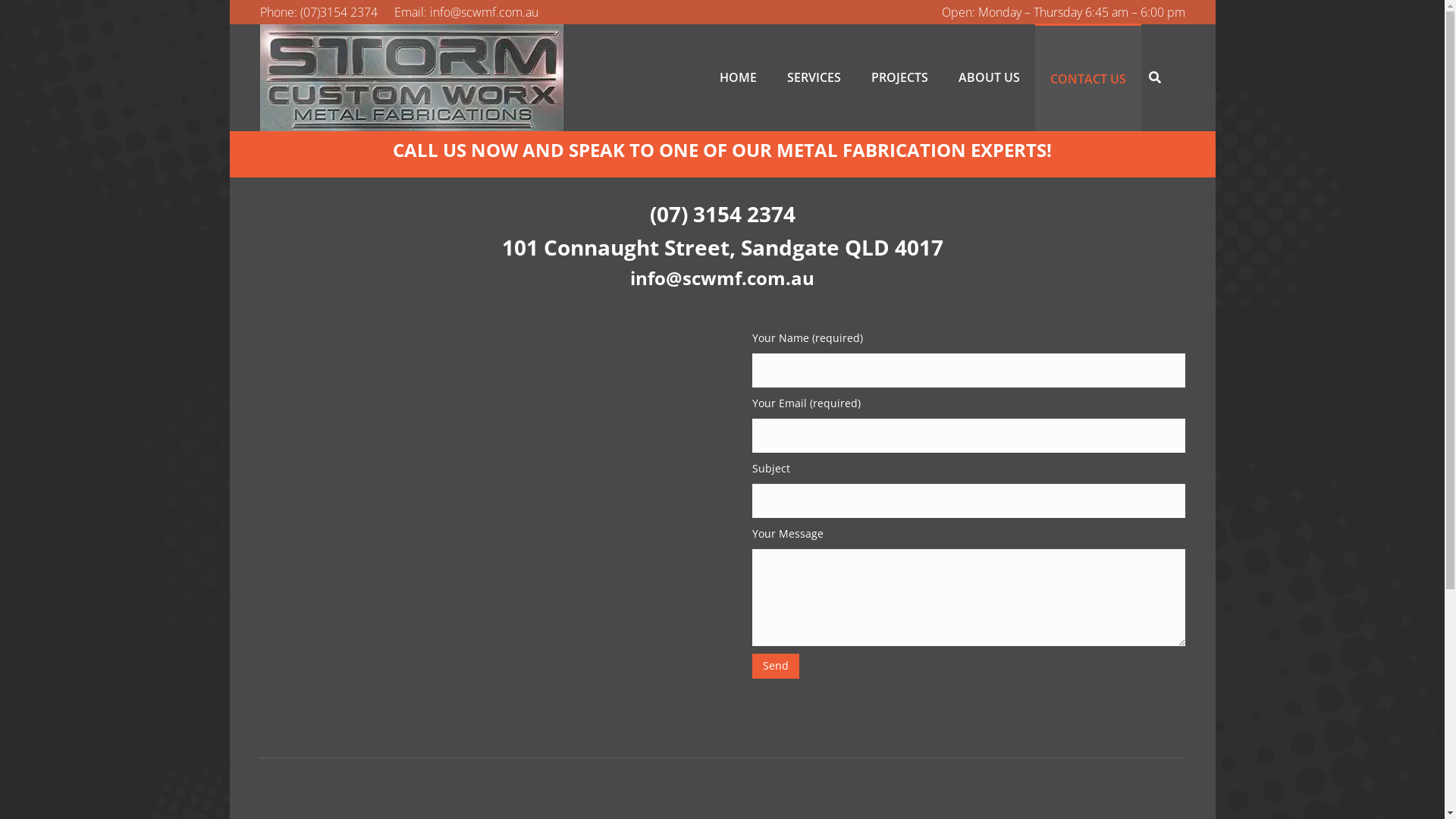 The image size is (1456, 819). Describe the element at coordinates (989, 77) in the screenshot. I see `'ABOUT US'` at that location.